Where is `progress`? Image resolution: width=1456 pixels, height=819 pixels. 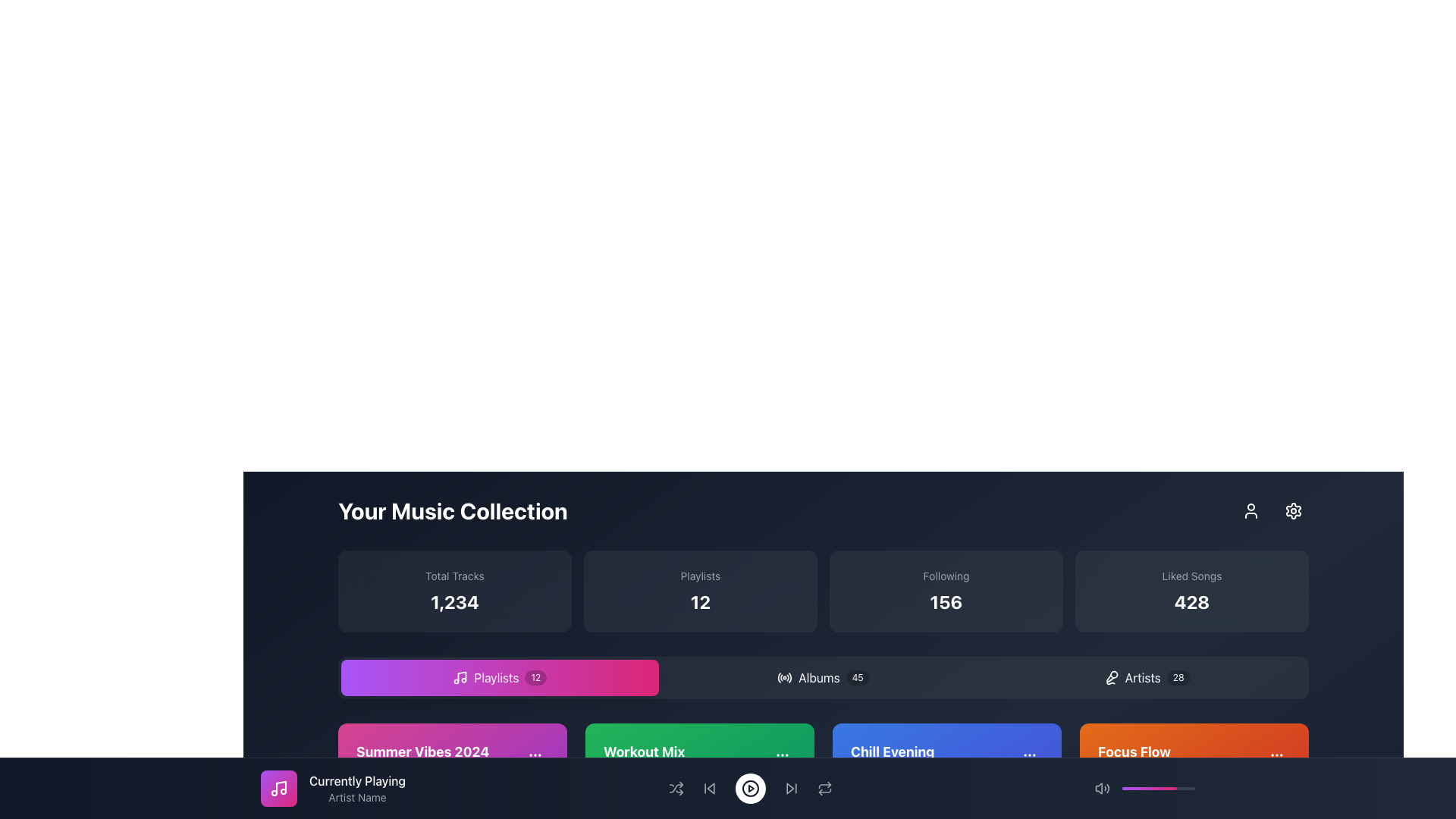 progress is located at coordinates (1154, 788).